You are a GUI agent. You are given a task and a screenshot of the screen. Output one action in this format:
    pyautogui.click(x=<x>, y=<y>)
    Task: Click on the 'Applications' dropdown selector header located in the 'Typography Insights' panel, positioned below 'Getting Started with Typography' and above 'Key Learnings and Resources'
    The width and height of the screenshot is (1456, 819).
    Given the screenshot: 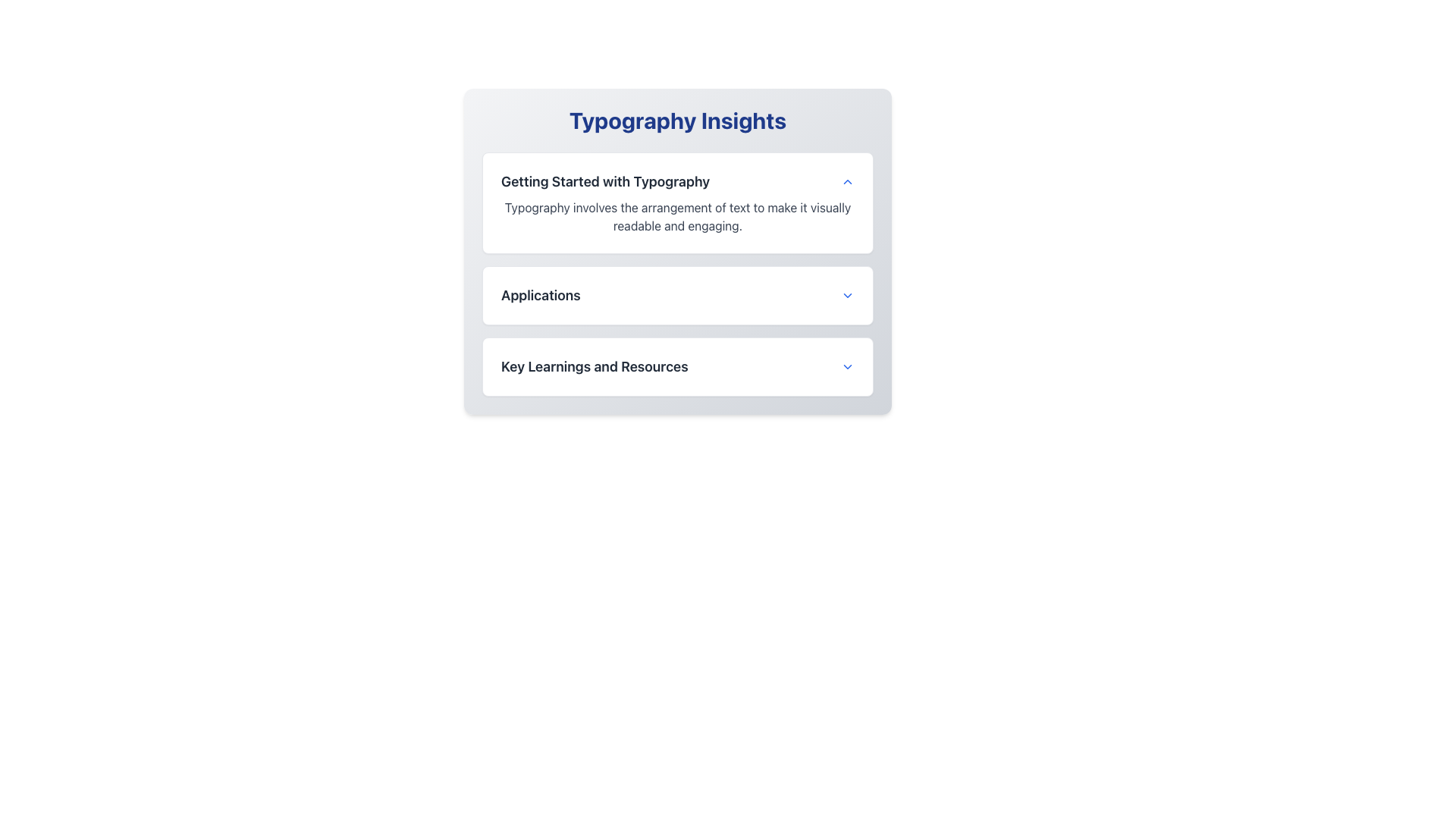 What is the action you would take?
    pyautogui.click(x=676, y=295)
    